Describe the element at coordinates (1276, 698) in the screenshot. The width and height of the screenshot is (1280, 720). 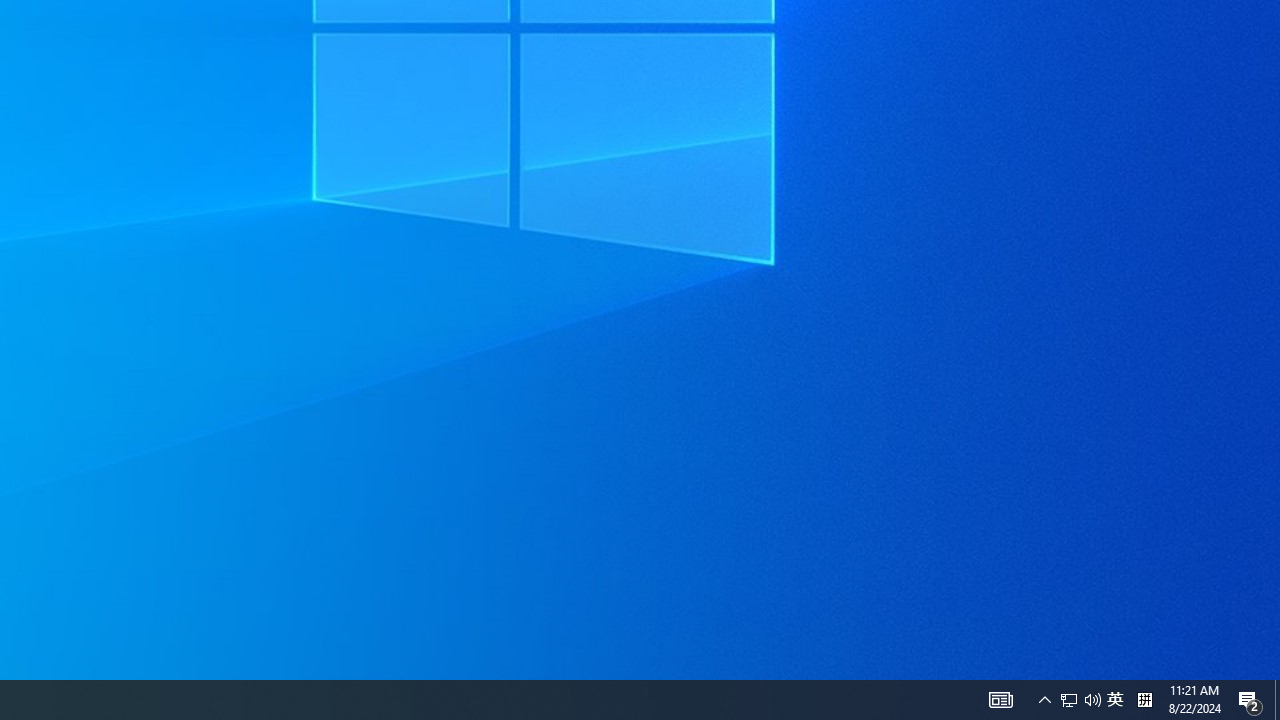
I see `'Show desktop'` at that location.